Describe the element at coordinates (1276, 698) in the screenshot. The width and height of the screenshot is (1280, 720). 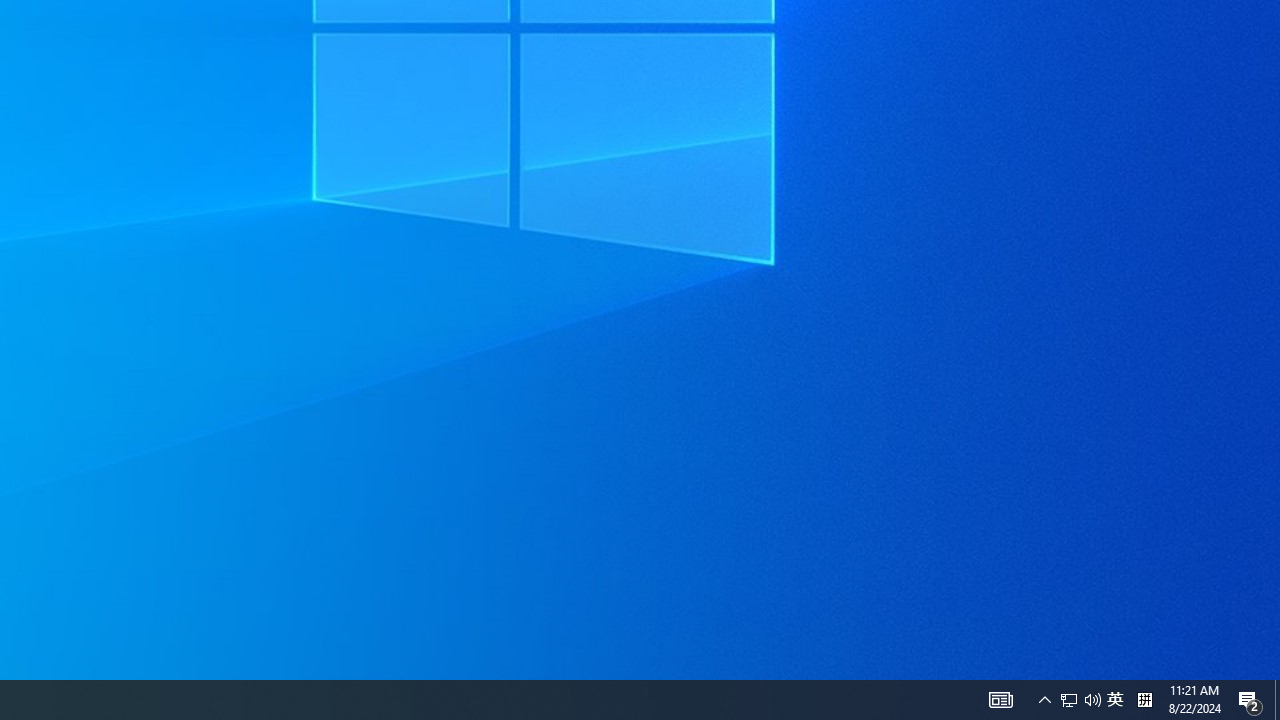
I see `'Show desktop'` at that location.